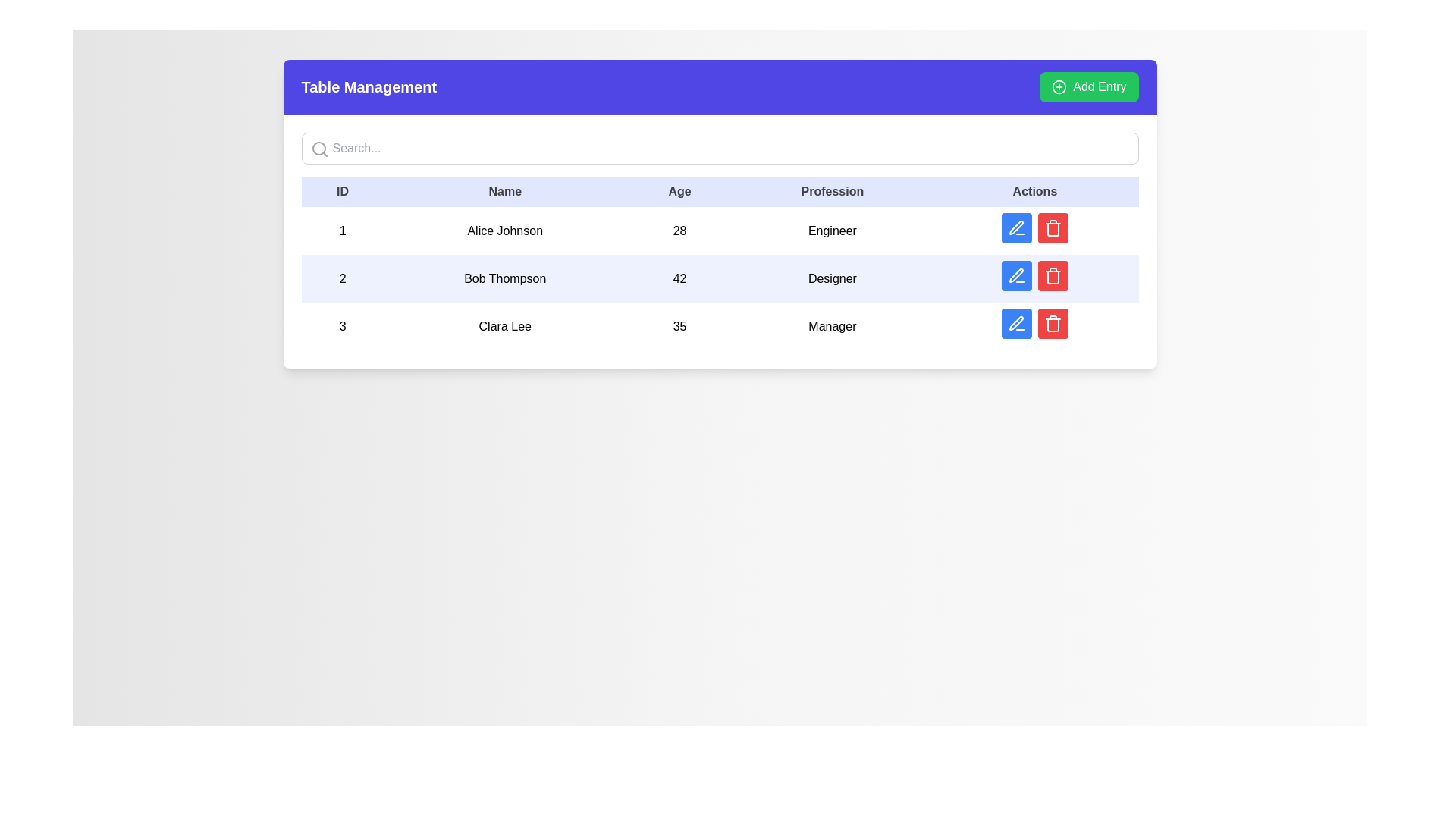 This screenshot has width=1456, height=819. Describe the element at coordinates (1015, 323) in the screenshot. I see `the 'Edit' button located in the 'Actions' column of the third row in the data table` at that location.